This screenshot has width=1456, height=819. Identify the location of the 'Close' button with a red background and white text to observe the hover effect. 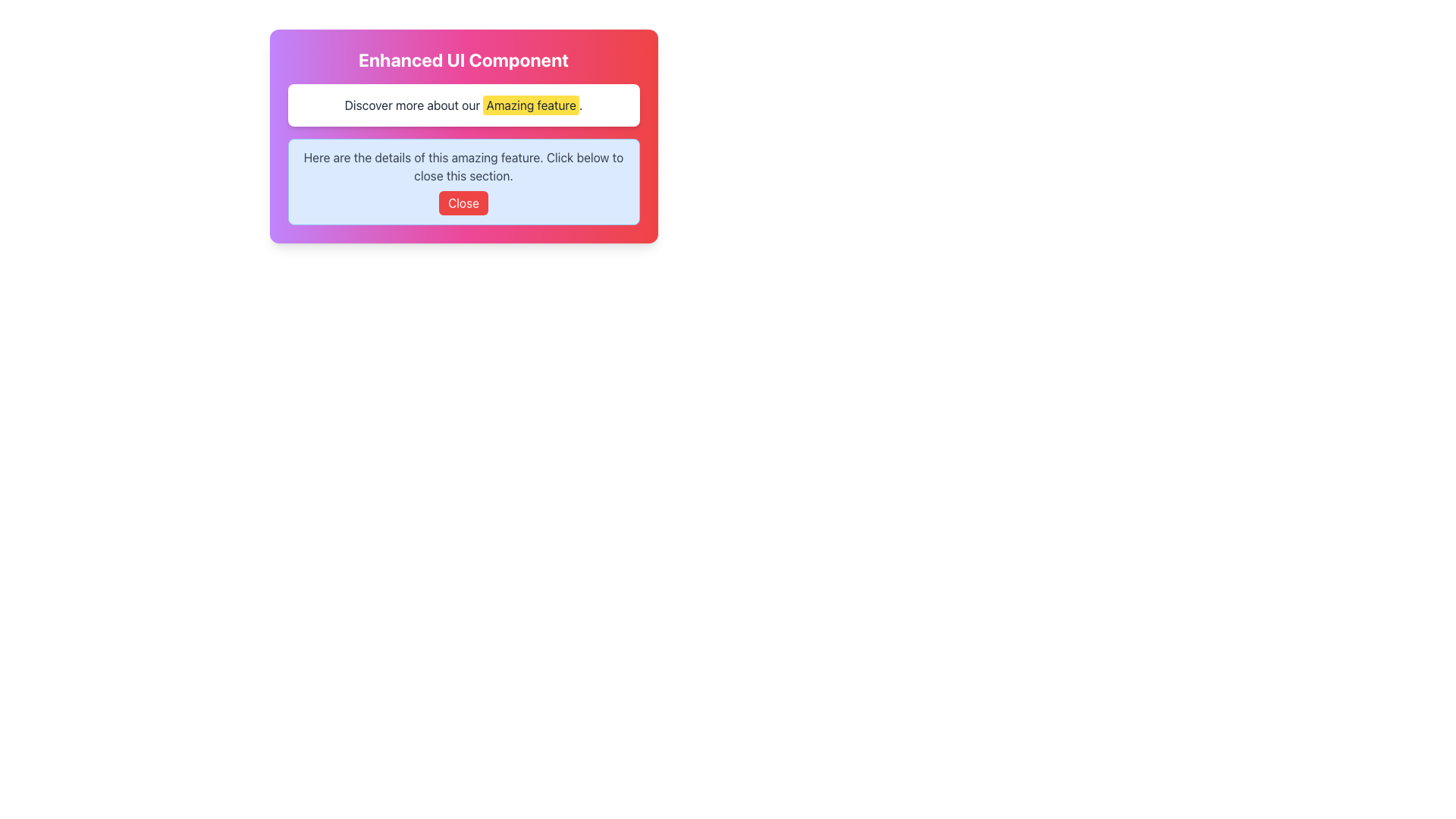
(463, 202).